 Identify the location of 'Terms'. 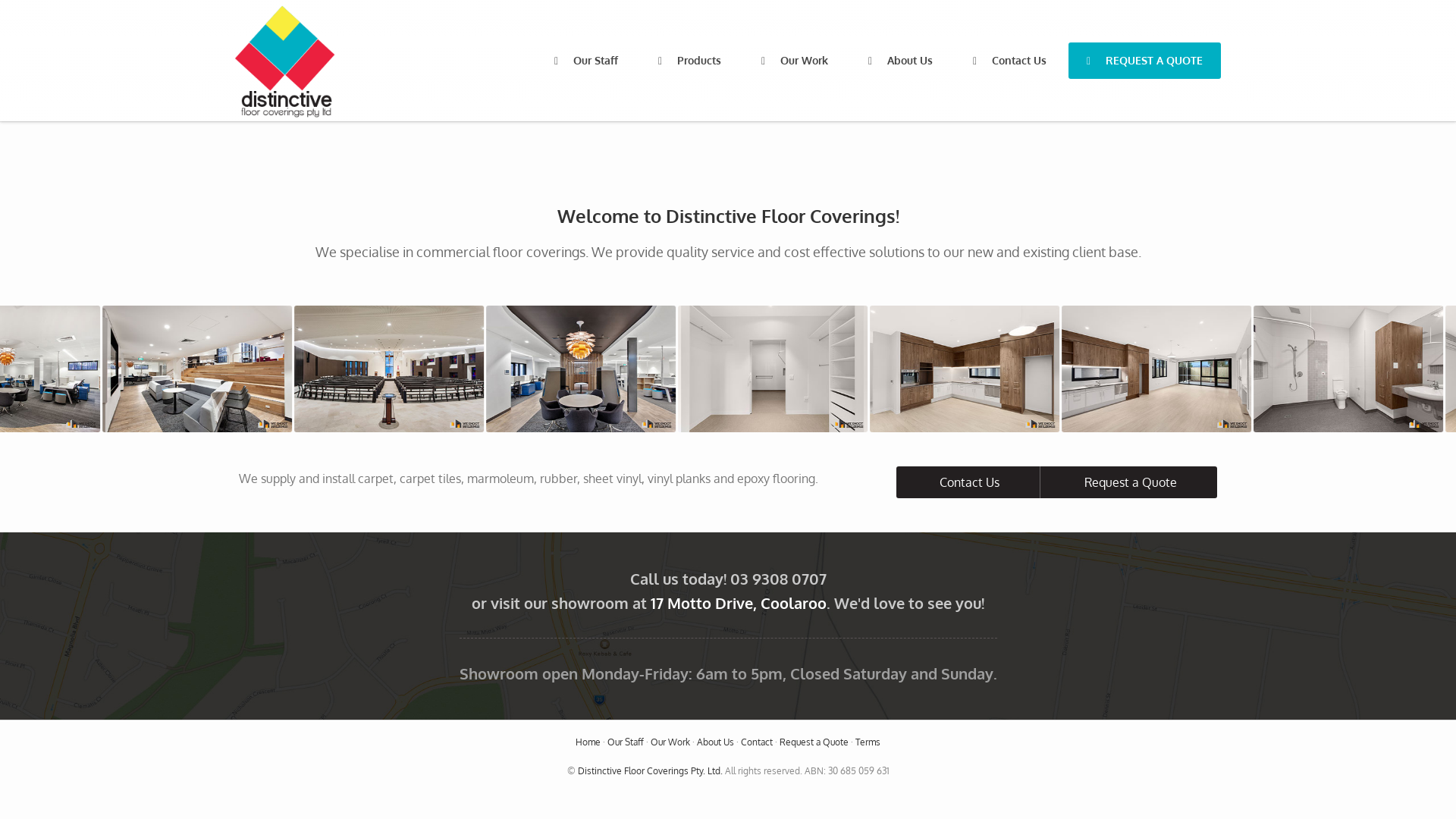
(868, 741).